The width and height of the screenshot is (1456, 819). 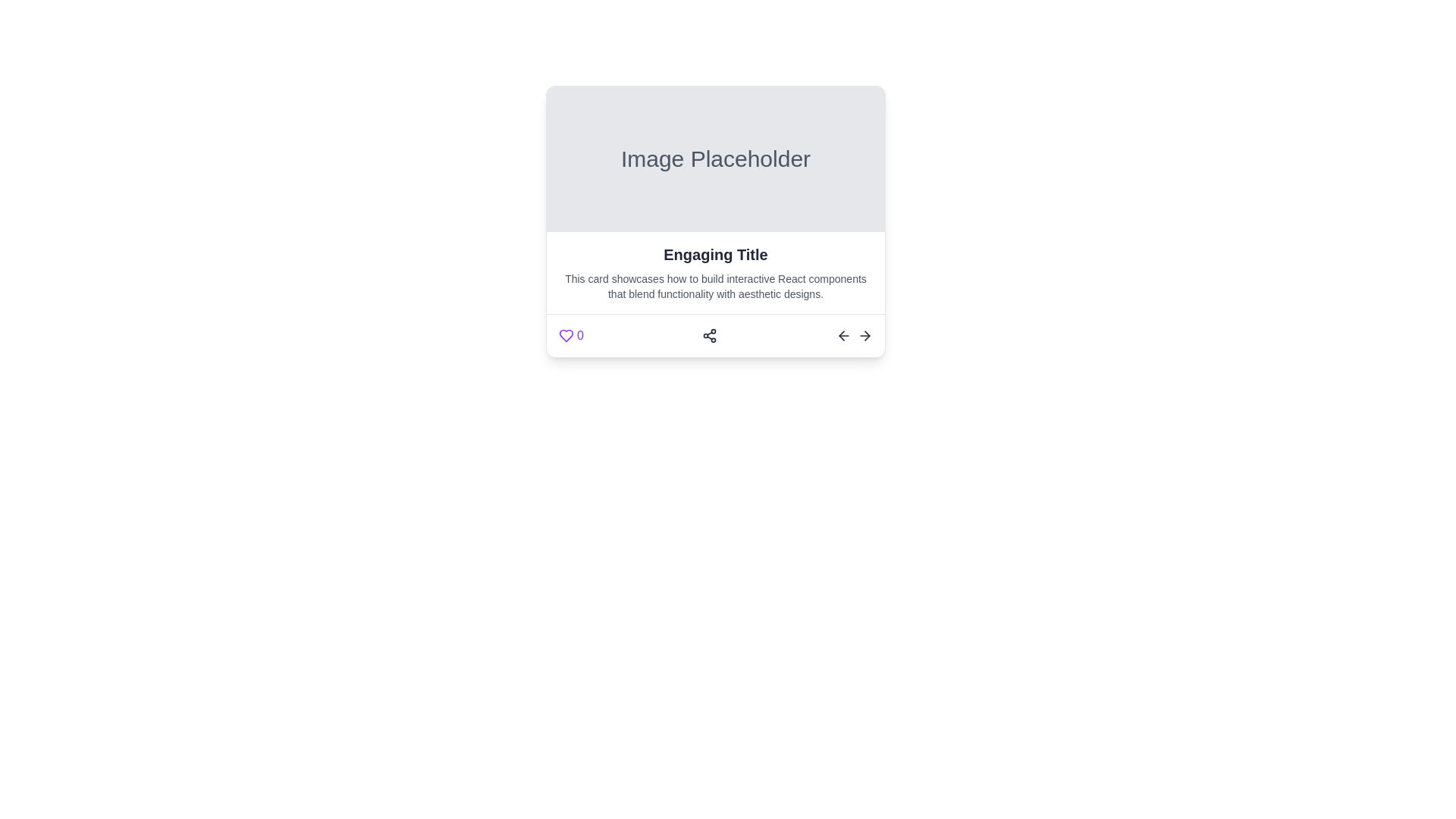 What do you see at coordinates (709, 335) in the screenshot?
I see `the share button located at the center-bottom of the card layout, positioned to the right of the heart icon and to the left of navigation buttons, to share the content displayed in the card` at bounding box center [709, 335].